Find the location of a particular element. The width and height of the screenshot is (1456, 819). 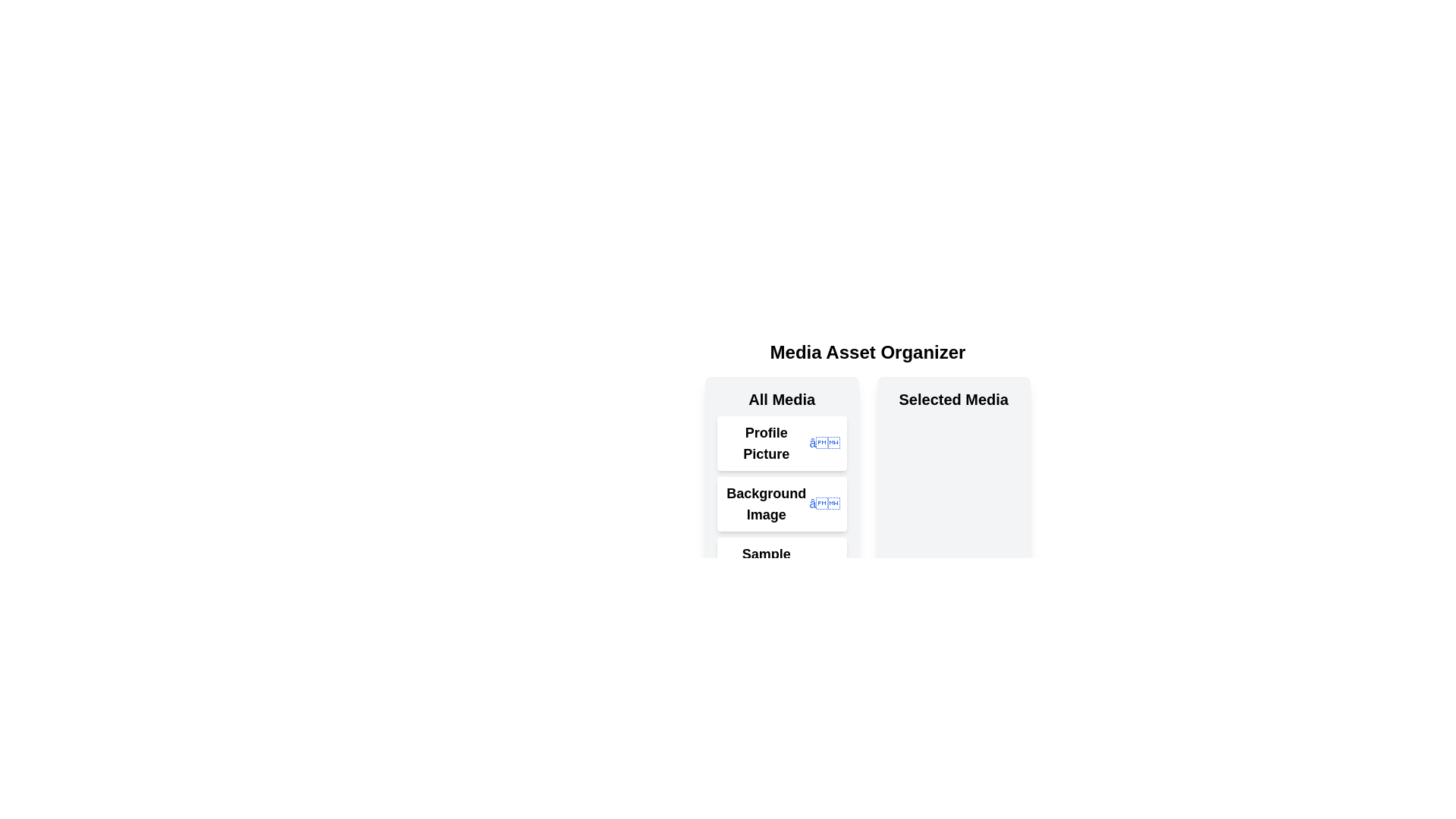

remove button for the item Profile Picture in 'Selected Media' to transfer it back to 'All Media' is located at coordinates (824, 444).